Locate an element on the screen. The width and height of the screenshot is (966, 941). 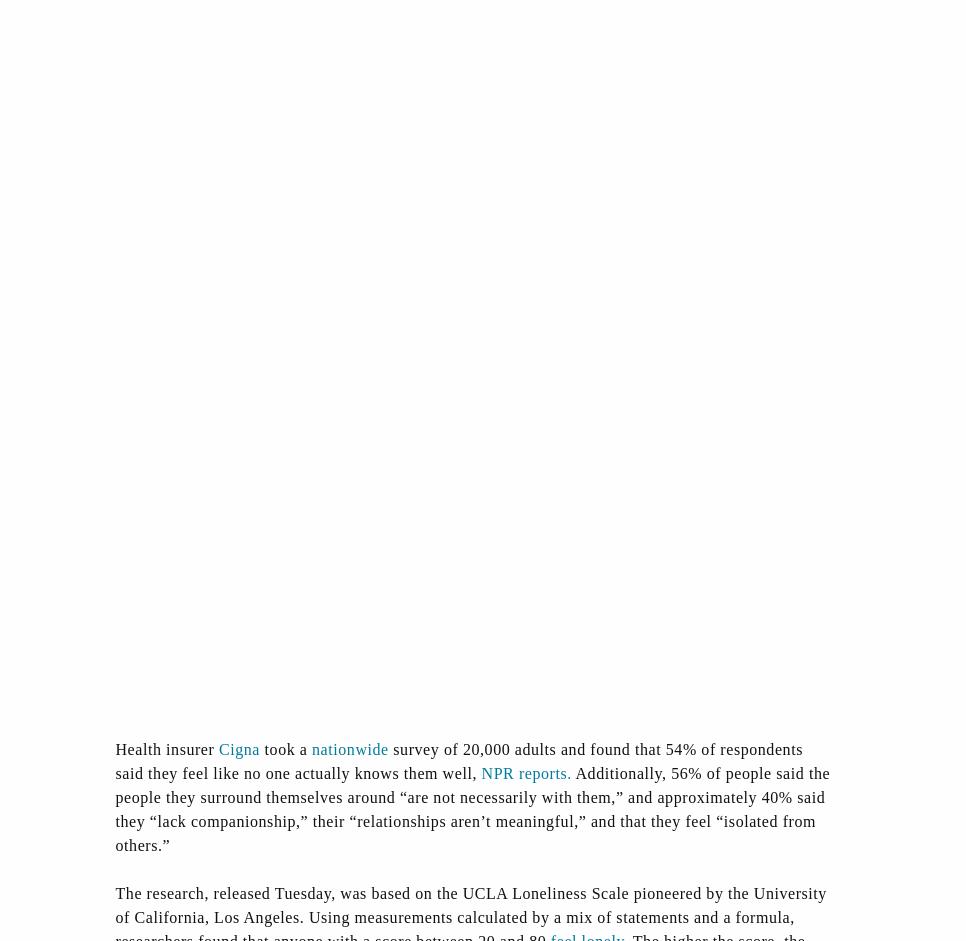
'A.I.' is located at coordinates (712, 778).